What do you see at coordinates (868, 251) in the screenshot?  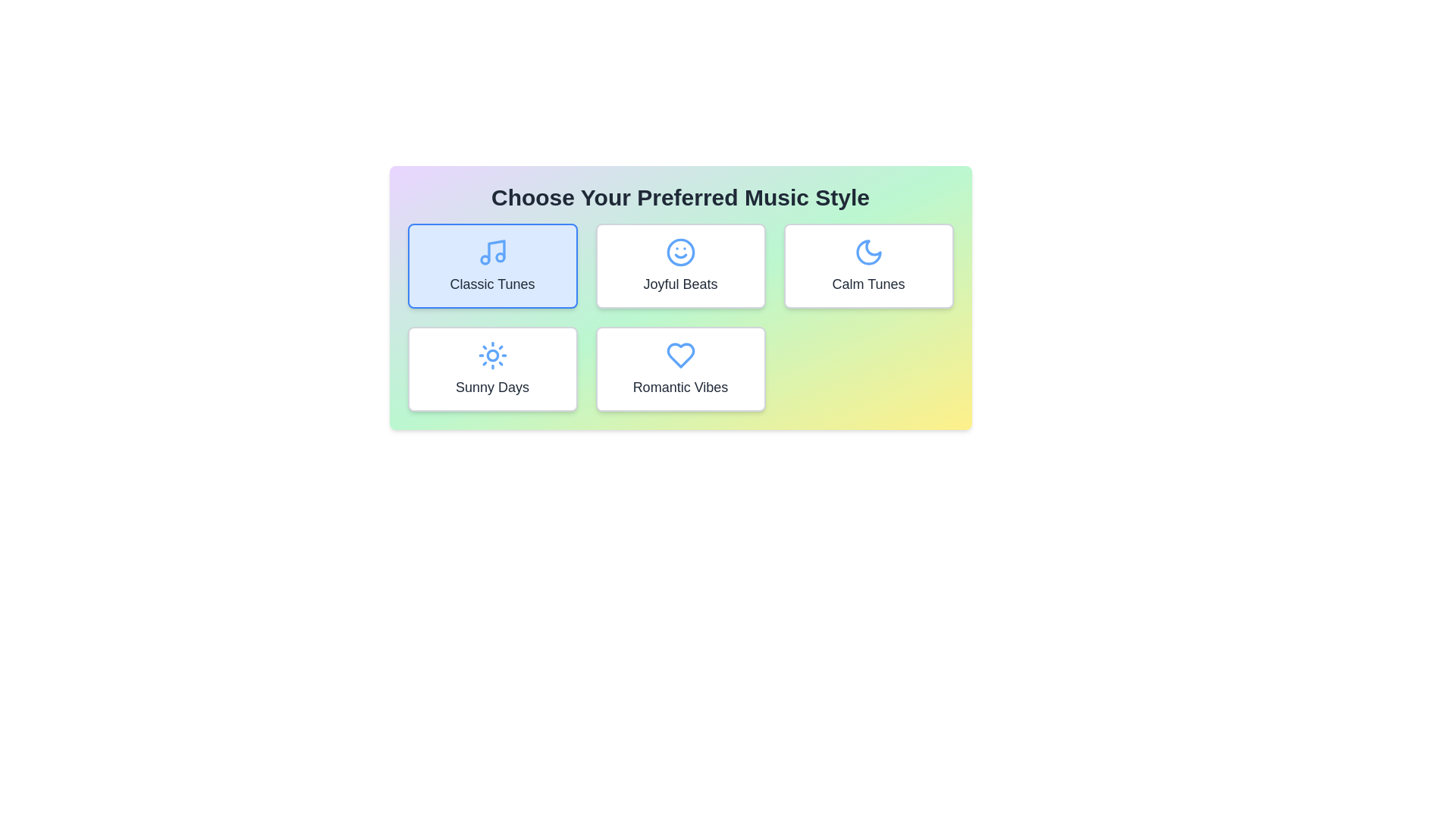 I see `the decorative icon representing the 'Calm Tunes' option within the selection menu located in the top-right corner of the 2x3 grid layout` at bounding box center [868, 251].